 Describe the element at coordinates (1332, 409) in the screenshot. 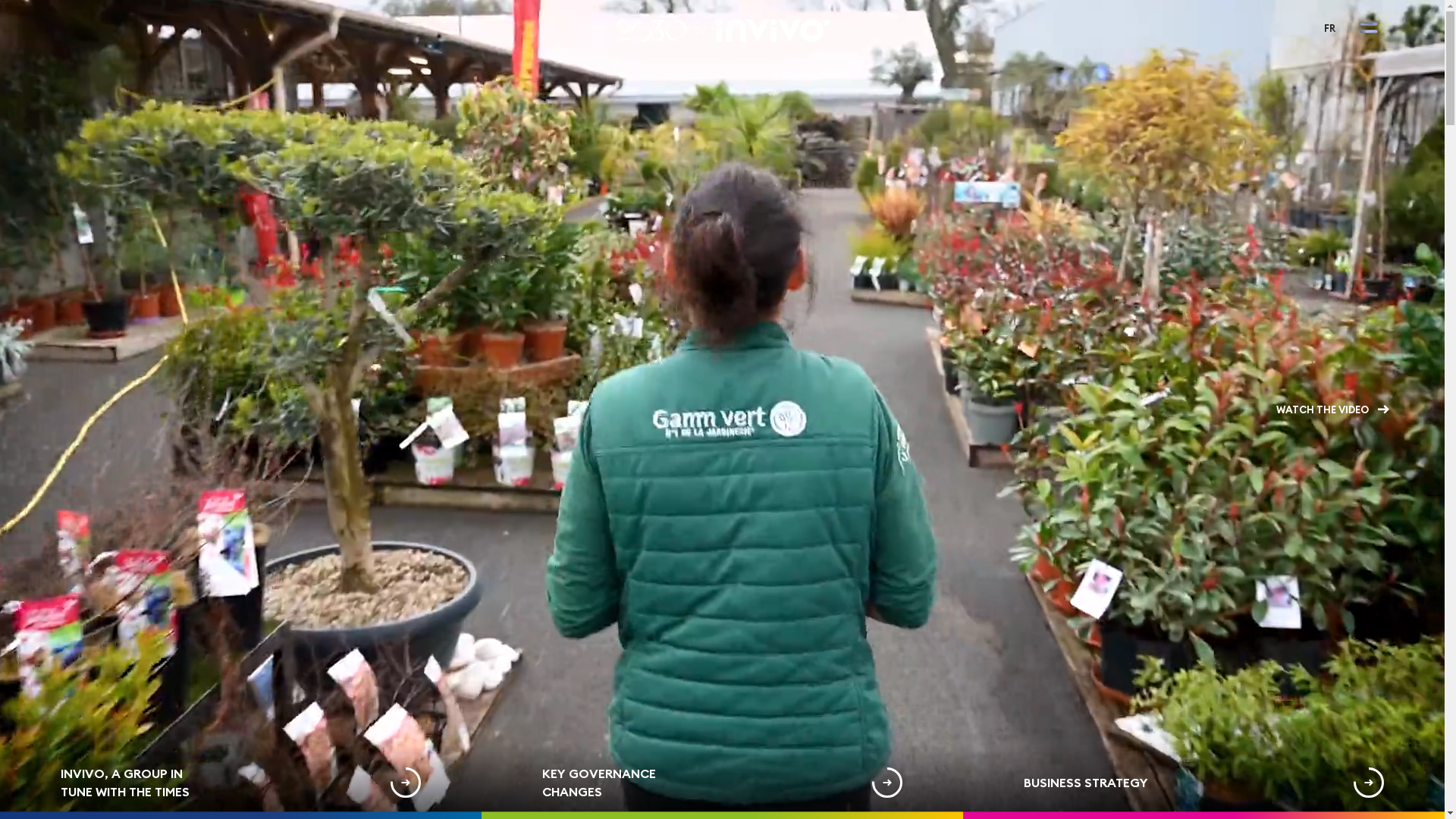

I see `'WATCH THE VIDEO'` at that location.